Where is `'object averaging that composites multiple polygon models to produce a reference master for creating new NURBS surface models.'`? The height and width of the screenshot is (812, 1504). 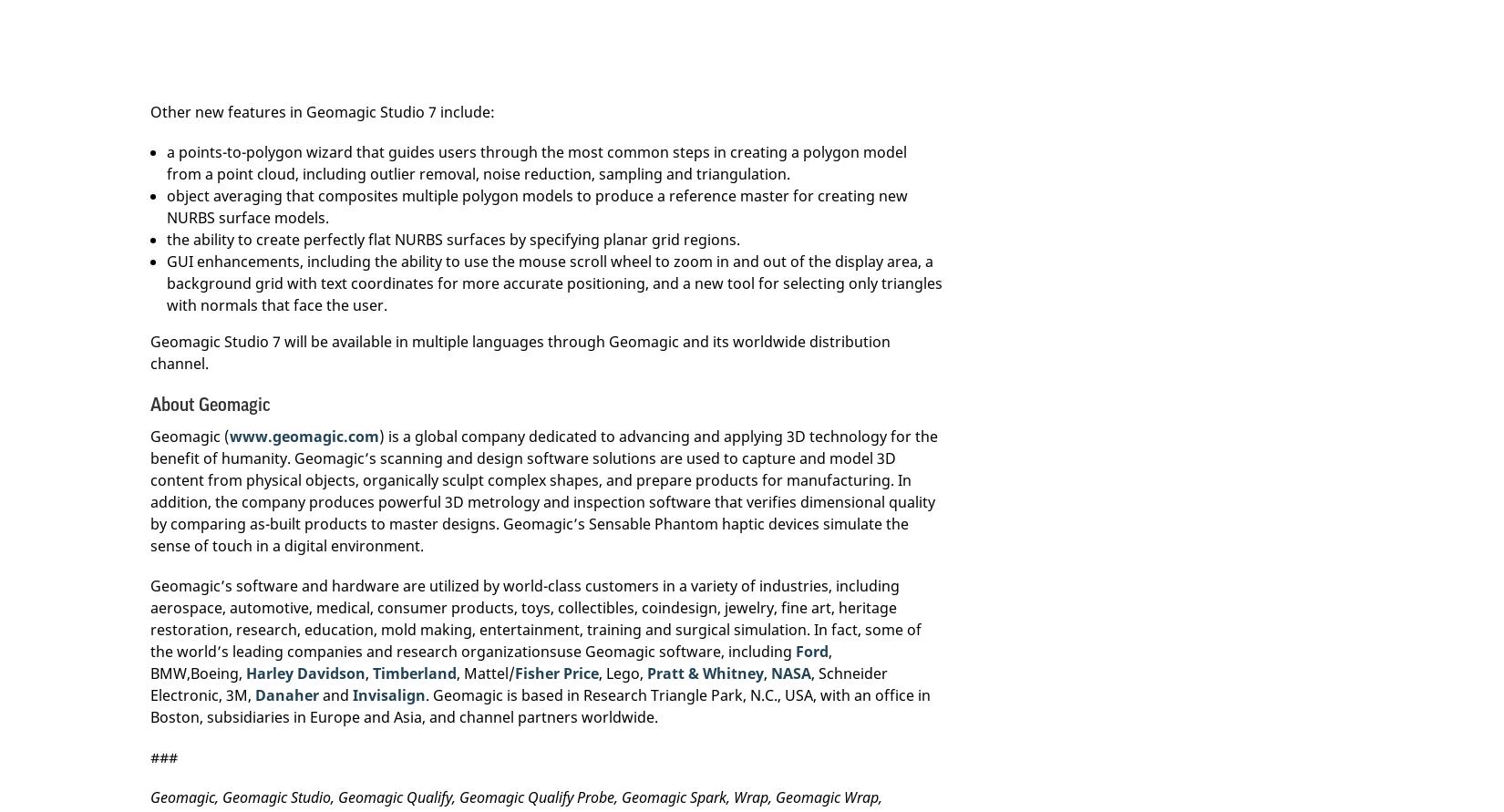 'object averaging that composites multiple polygon models to produce a reference master for creating new NURBS surface models.' is located at coordinates (165, 207).